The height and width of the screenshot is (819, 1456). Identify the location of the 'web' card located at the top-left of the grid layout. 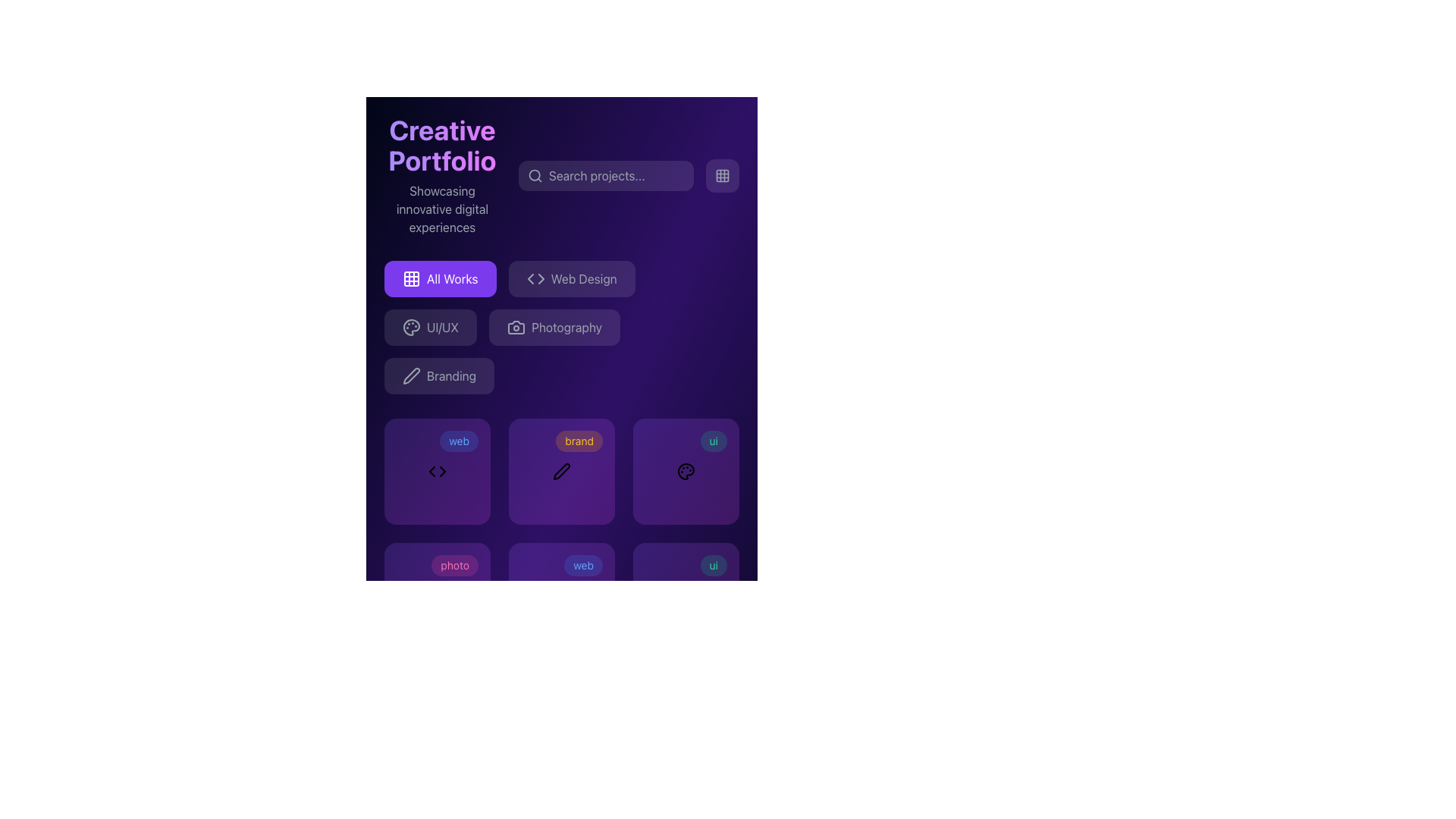
(436, 470).